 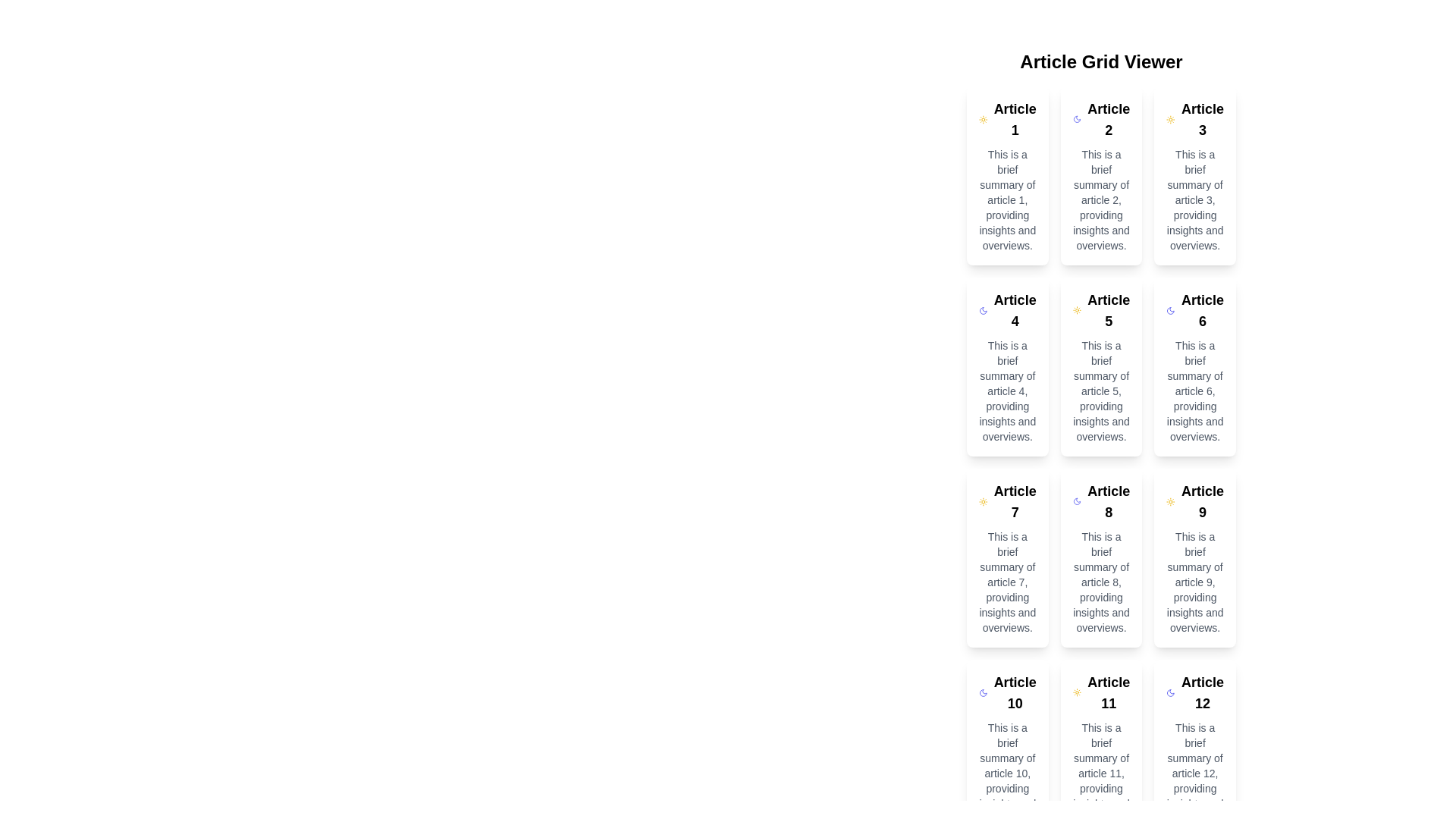 What do you see at coordinates (1015, 693) in the screenshot?
I see `the text label 'Article 10', which serves as the header for the associated article card located in the fourth row and first column of the grid layout` at bounding box center [1015, 693].